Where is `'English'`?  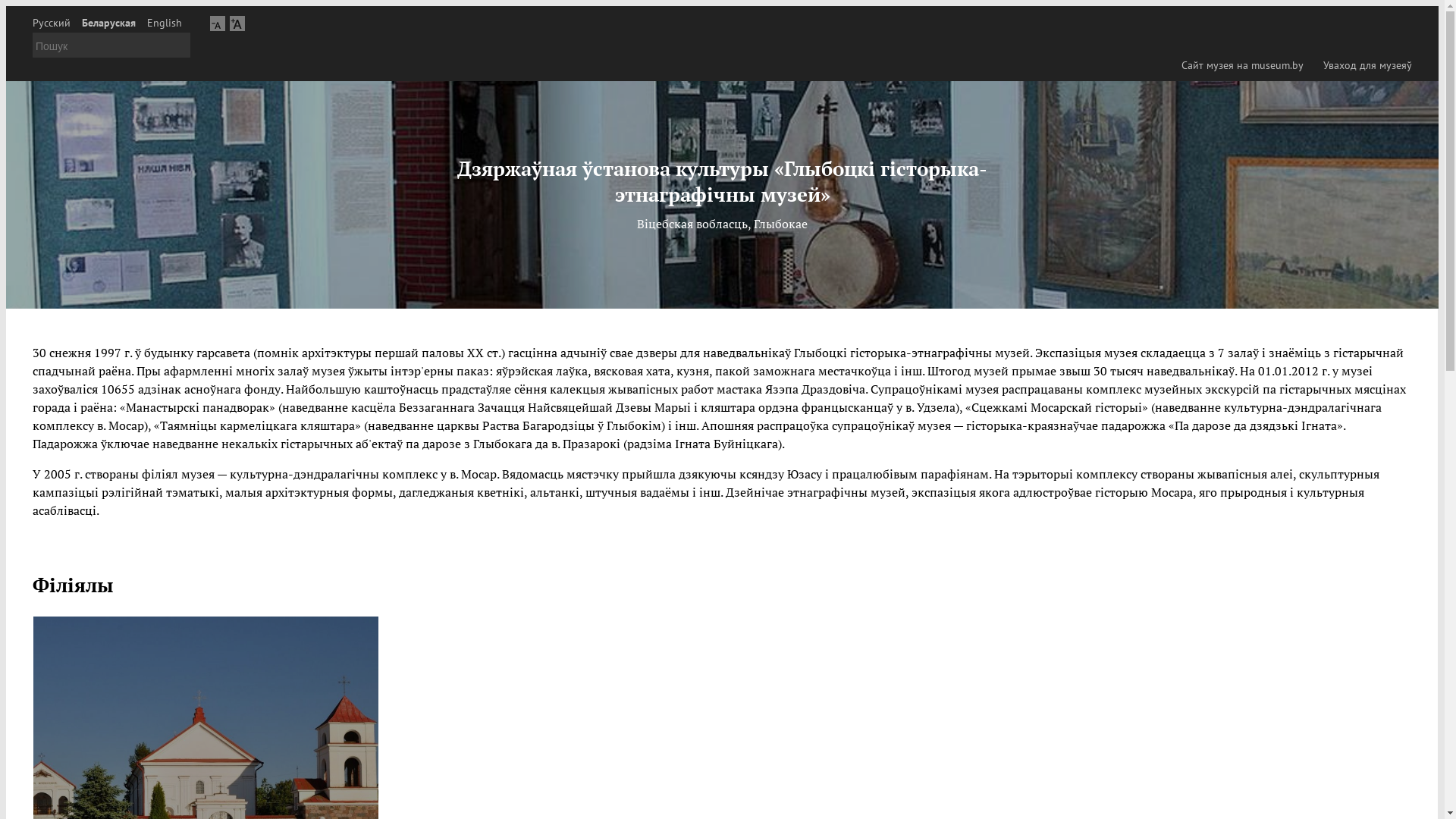 'English' is located at coordinates (164, 23).